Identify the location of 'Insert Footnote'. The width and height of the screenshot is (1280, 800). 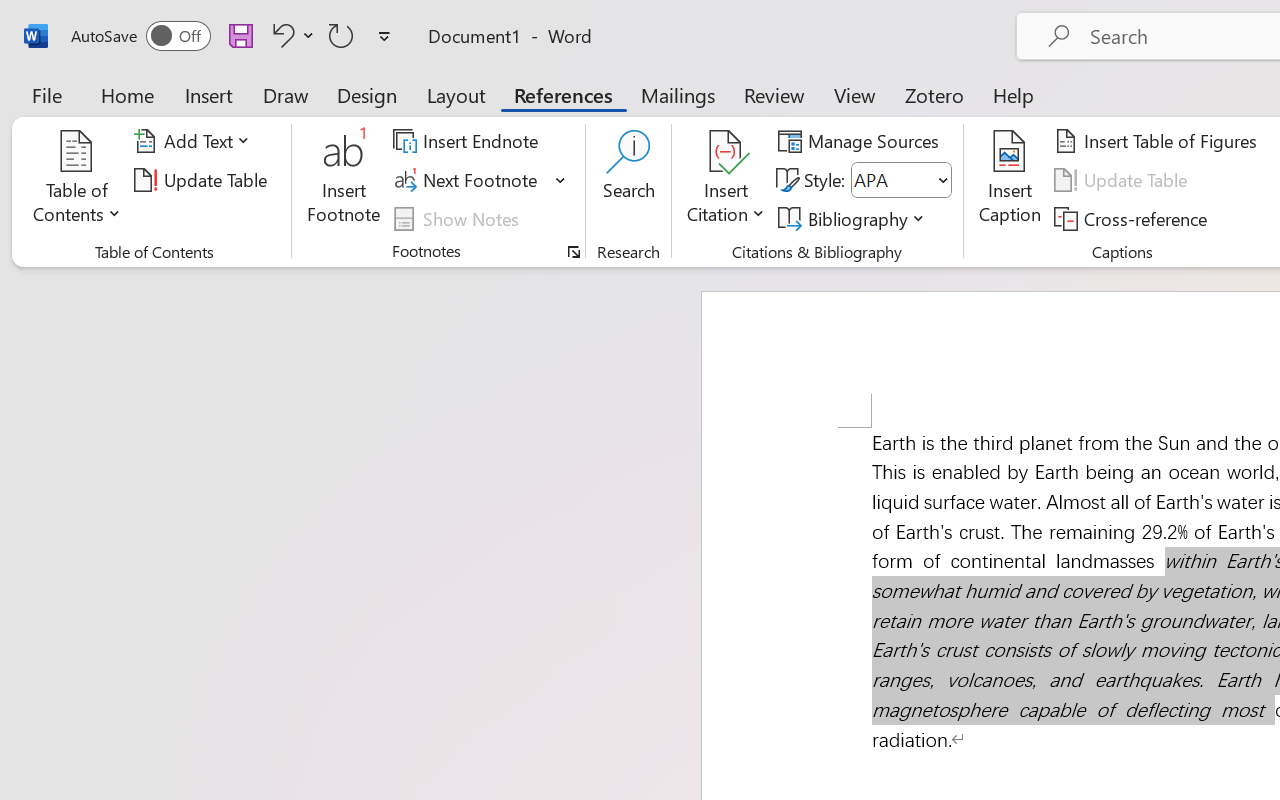
(344, 179).